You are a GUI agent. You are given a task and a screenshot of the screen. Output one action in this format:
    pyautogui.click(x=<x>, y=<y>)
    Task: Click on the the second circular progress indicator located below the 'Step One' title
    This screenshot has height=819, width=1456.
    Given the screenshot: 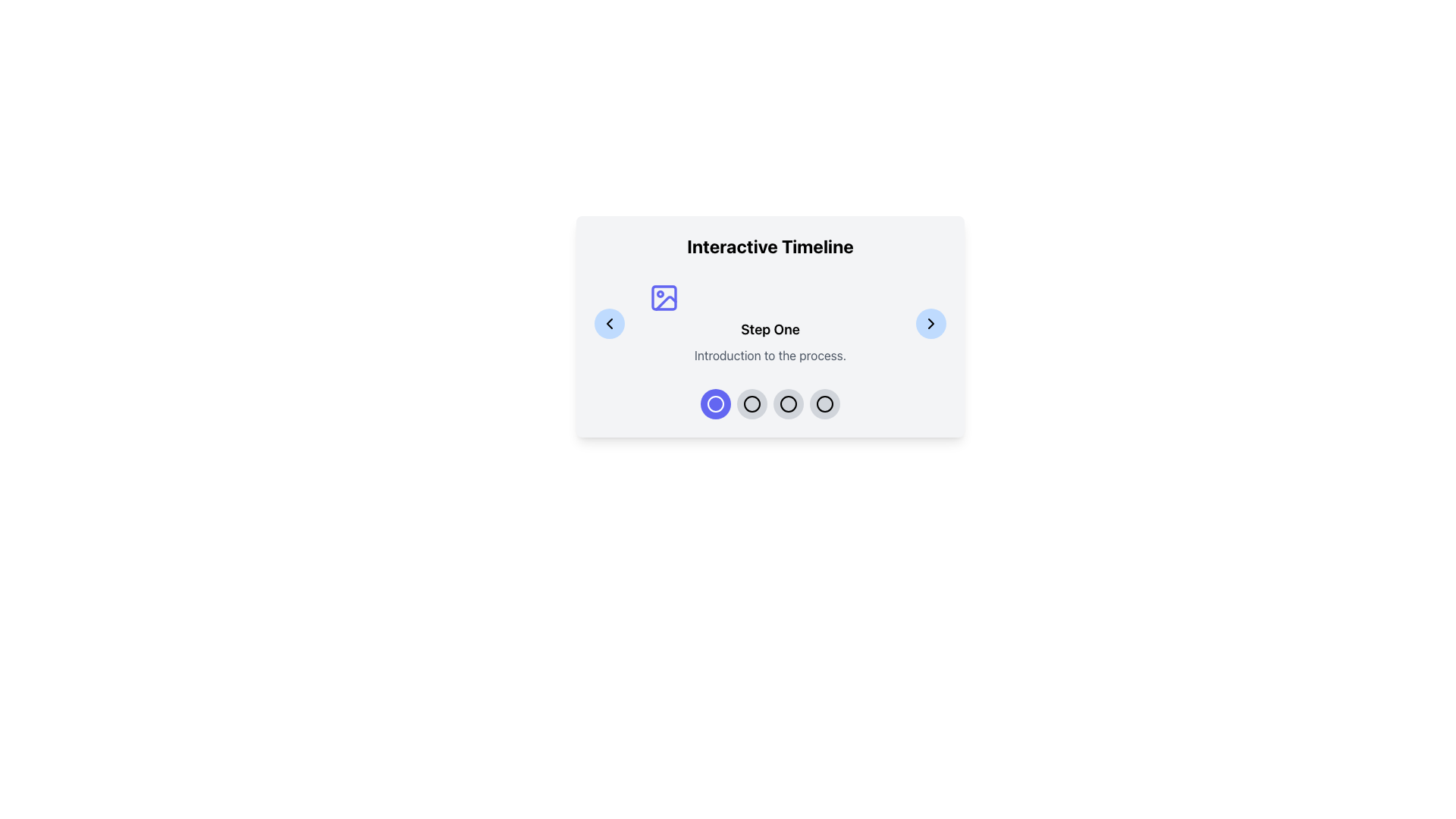 What is the action you would take?
    pyautogui.click(x=752, y=403)
    